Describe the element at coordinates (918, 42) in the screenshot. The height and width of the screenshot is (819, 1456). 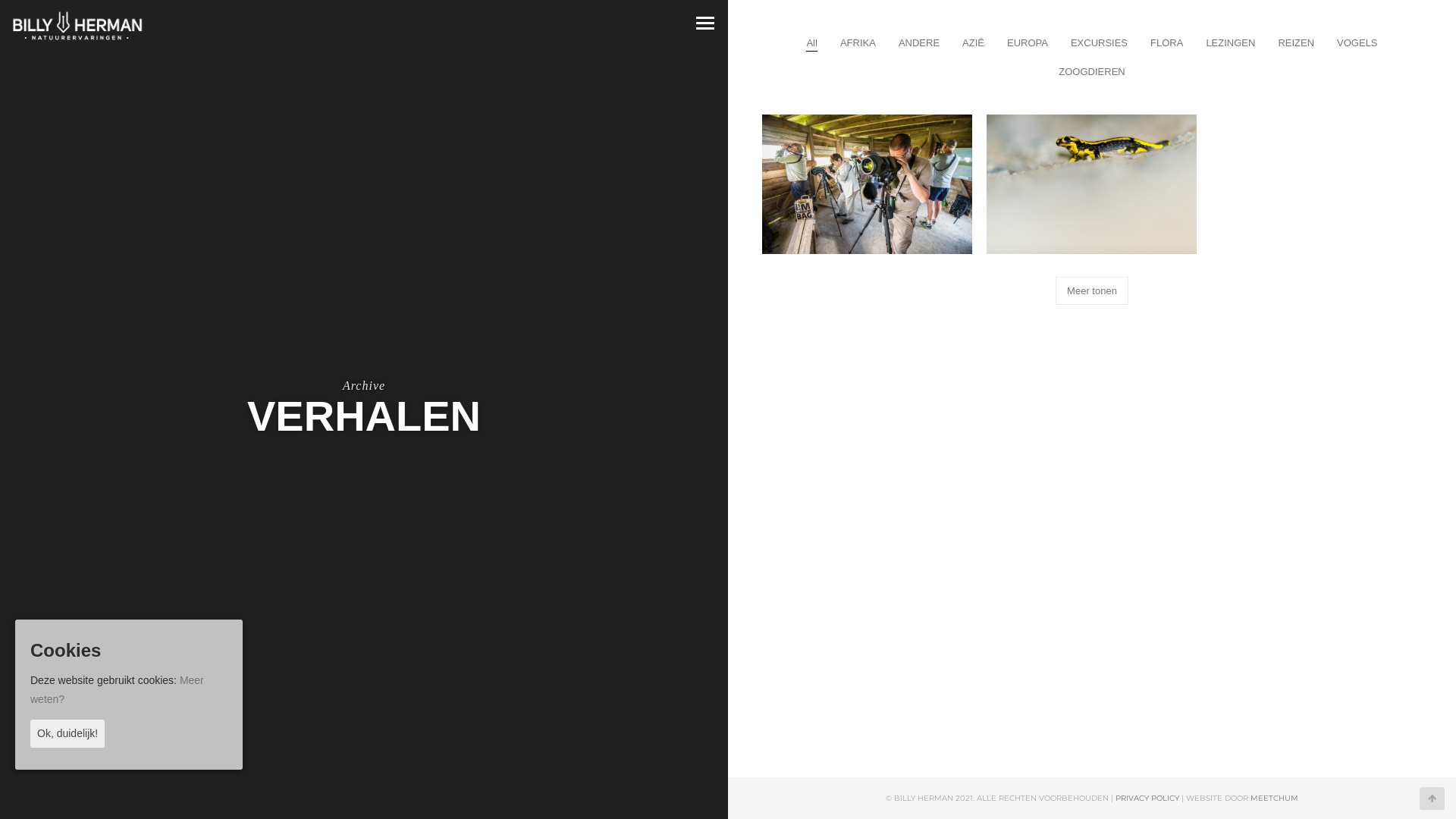
I see `'ANDERE'` at that location.